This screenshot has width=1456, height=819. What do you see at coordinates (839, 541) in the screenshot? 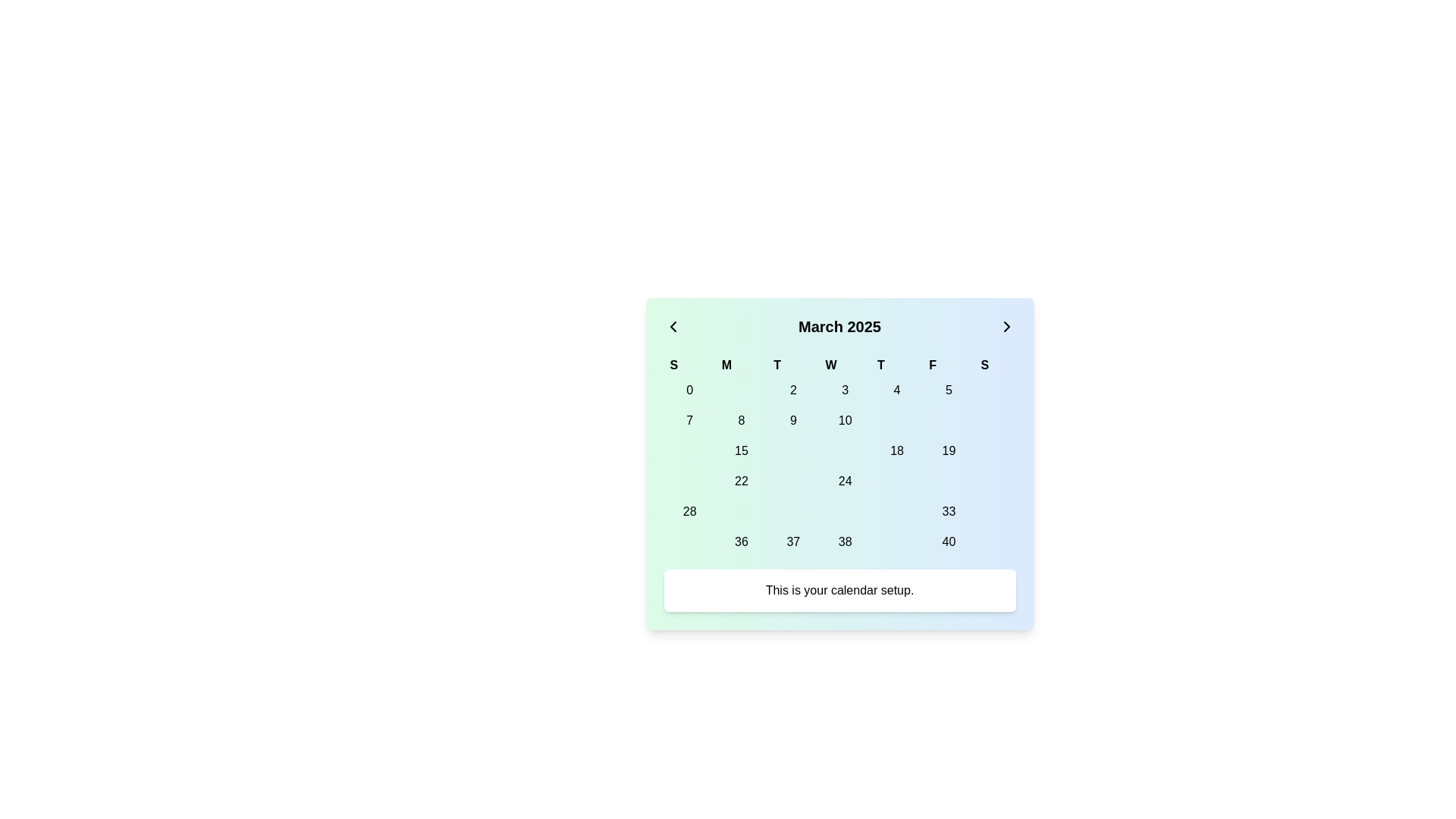
I see `static text displaying the number '38', which is centrally aligned among the numbers '36', '37', and '40' in the calendar widget` at bounding box center [839, 541].